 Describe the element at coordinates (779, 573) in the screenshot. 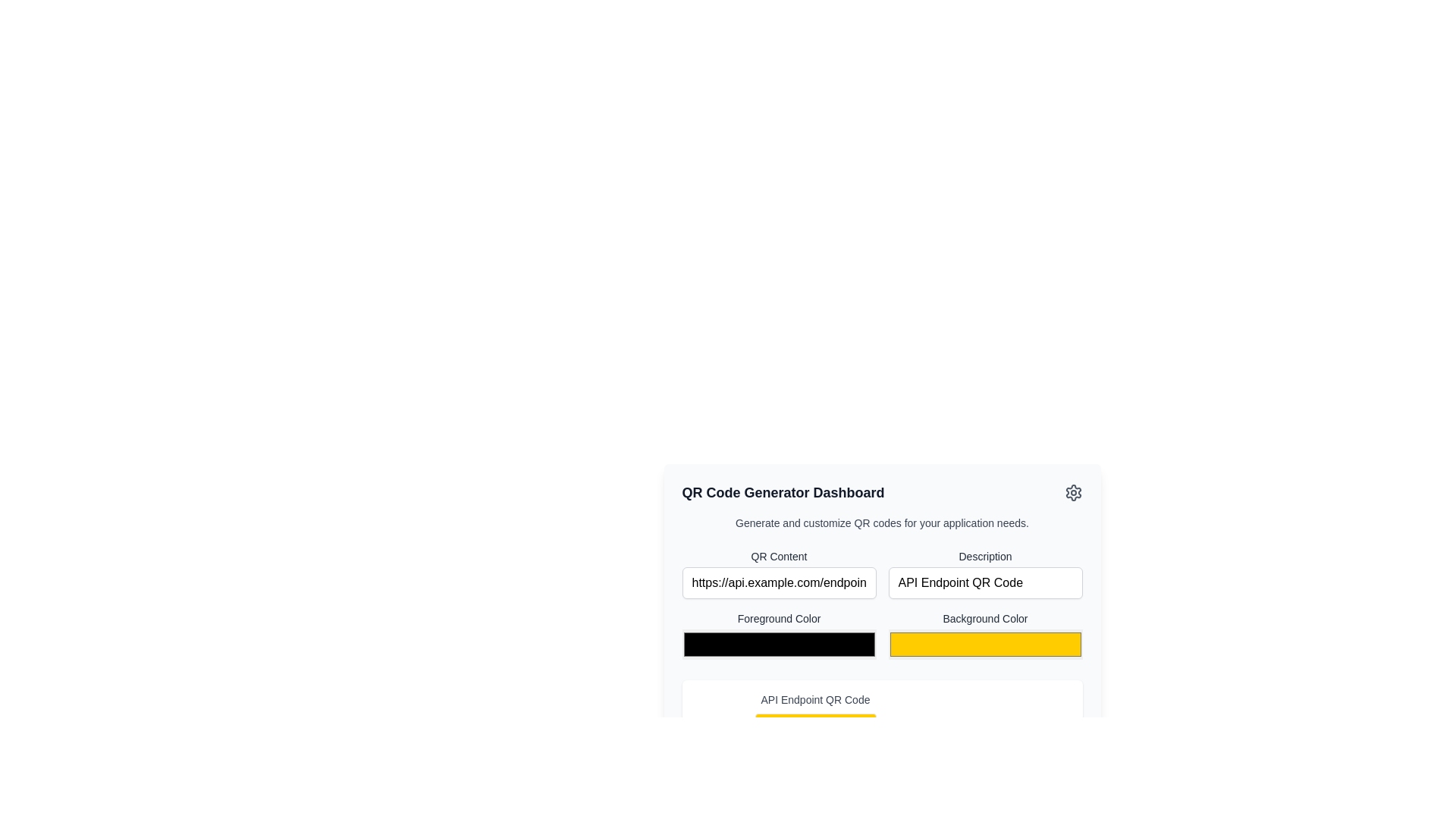

I see `the rectangular text input field located under the 'QR Content' label, which has a placeholder stating 'https://api.example.com/endpoint', to trigger any hover-specific visual effects` at that location.